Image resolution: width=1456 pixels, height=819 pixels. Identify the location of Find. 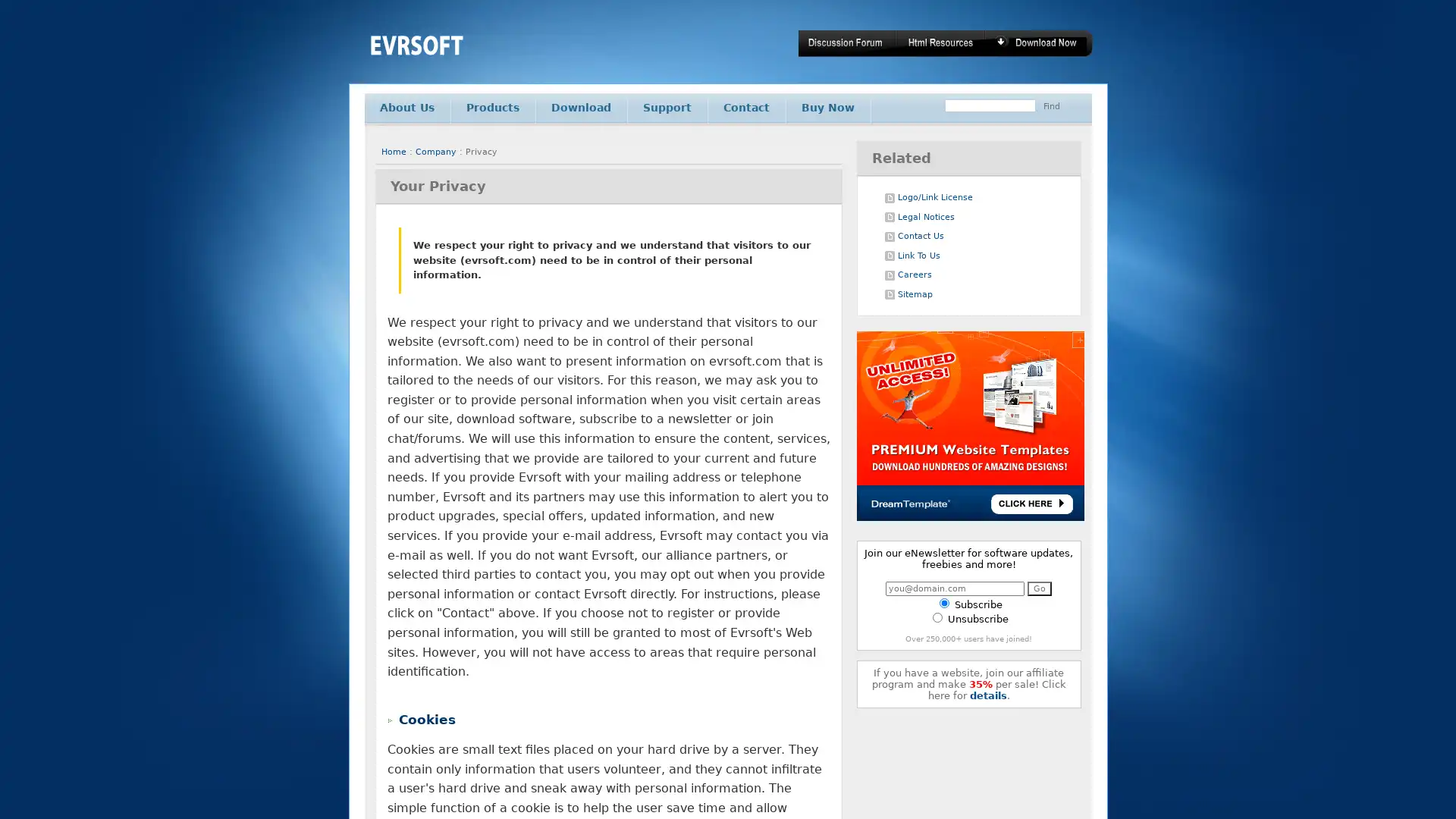
(1050, 105).